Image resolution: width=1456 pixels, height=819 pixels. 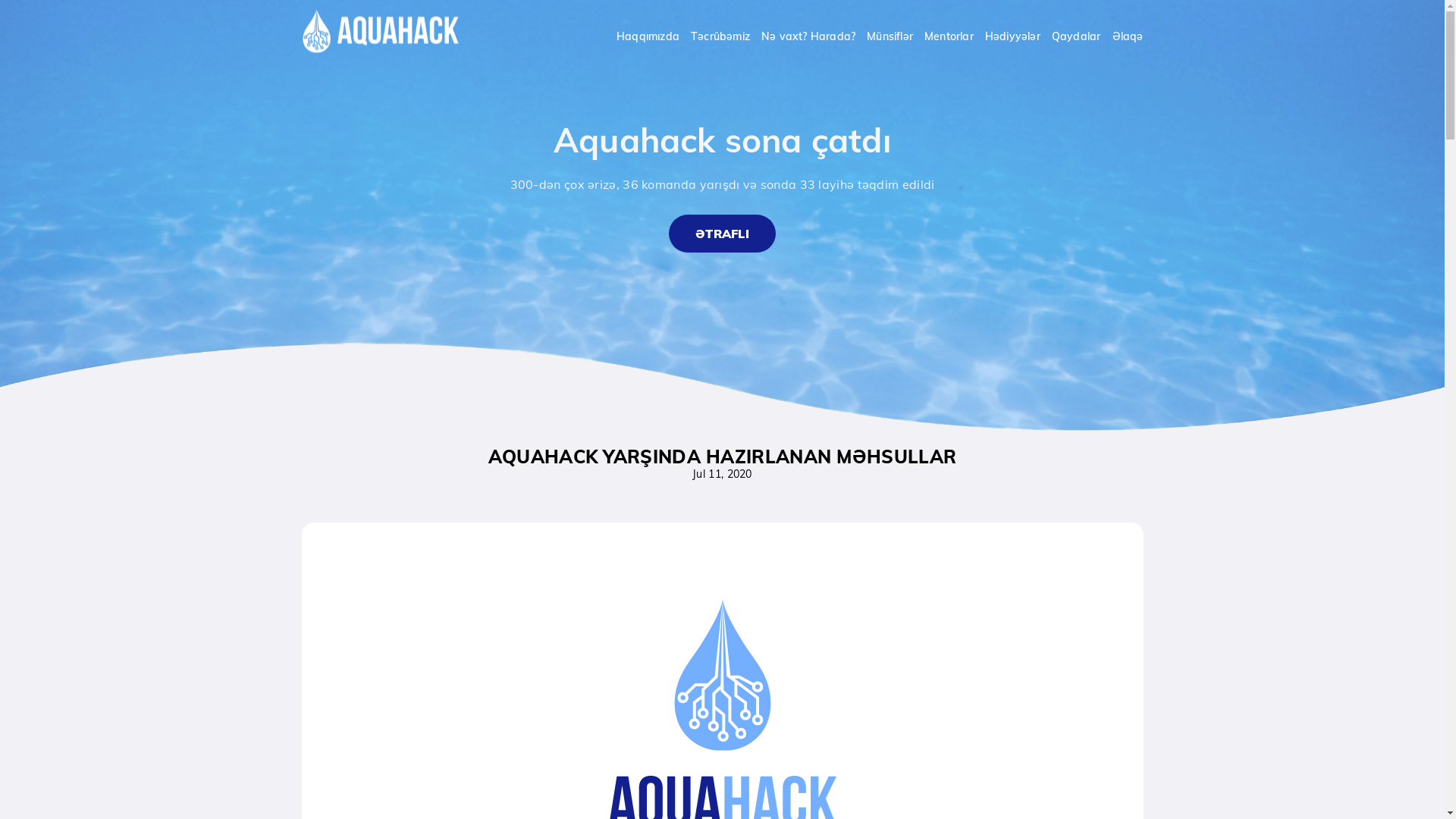 What do you see at coordinates (948, 35) in the screenshot?
I see `'Mentorlar'` at bounding box center [948, 35].